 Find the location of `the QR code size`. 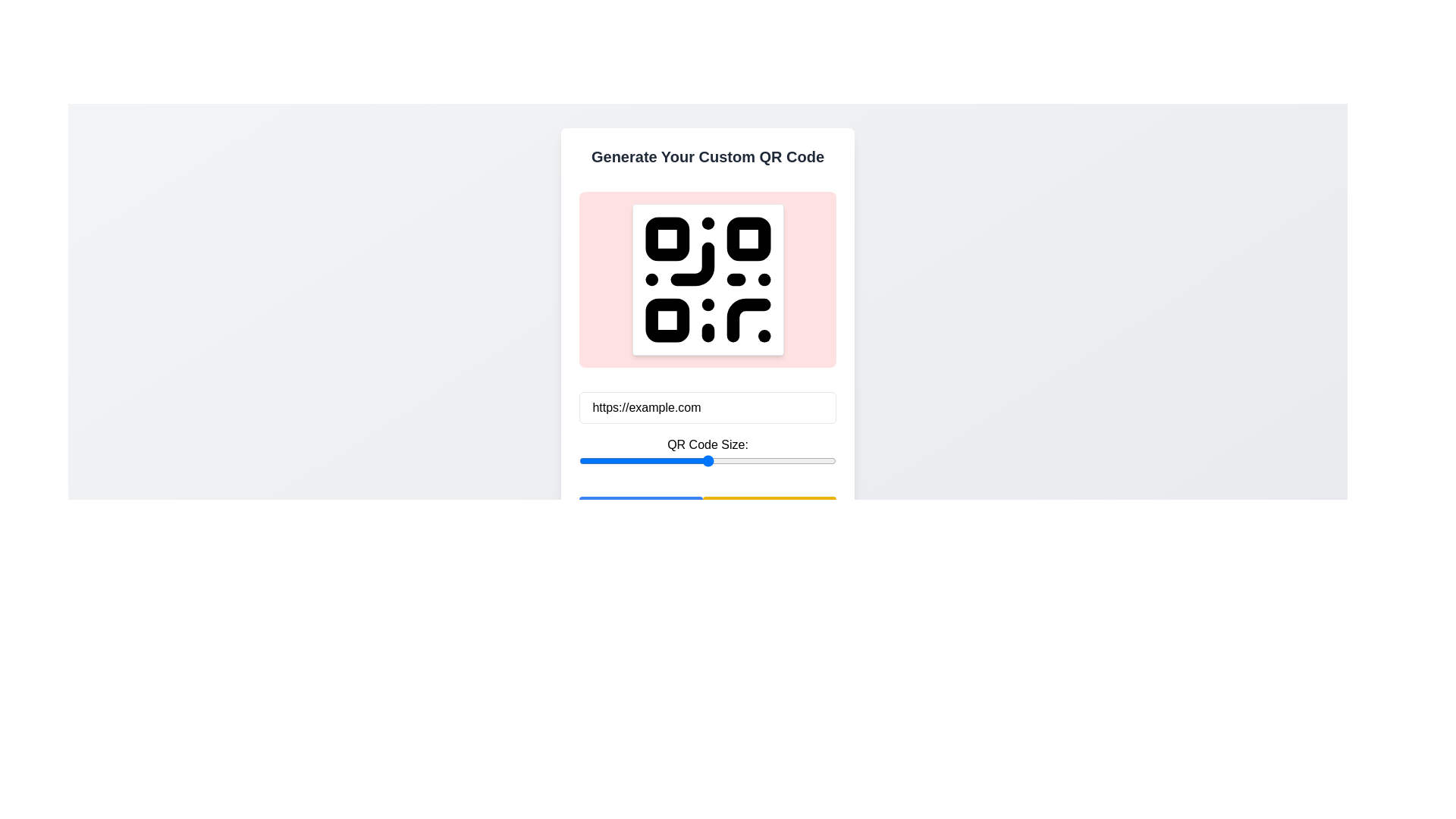

the QR code size is located at coordinates (745, 460).